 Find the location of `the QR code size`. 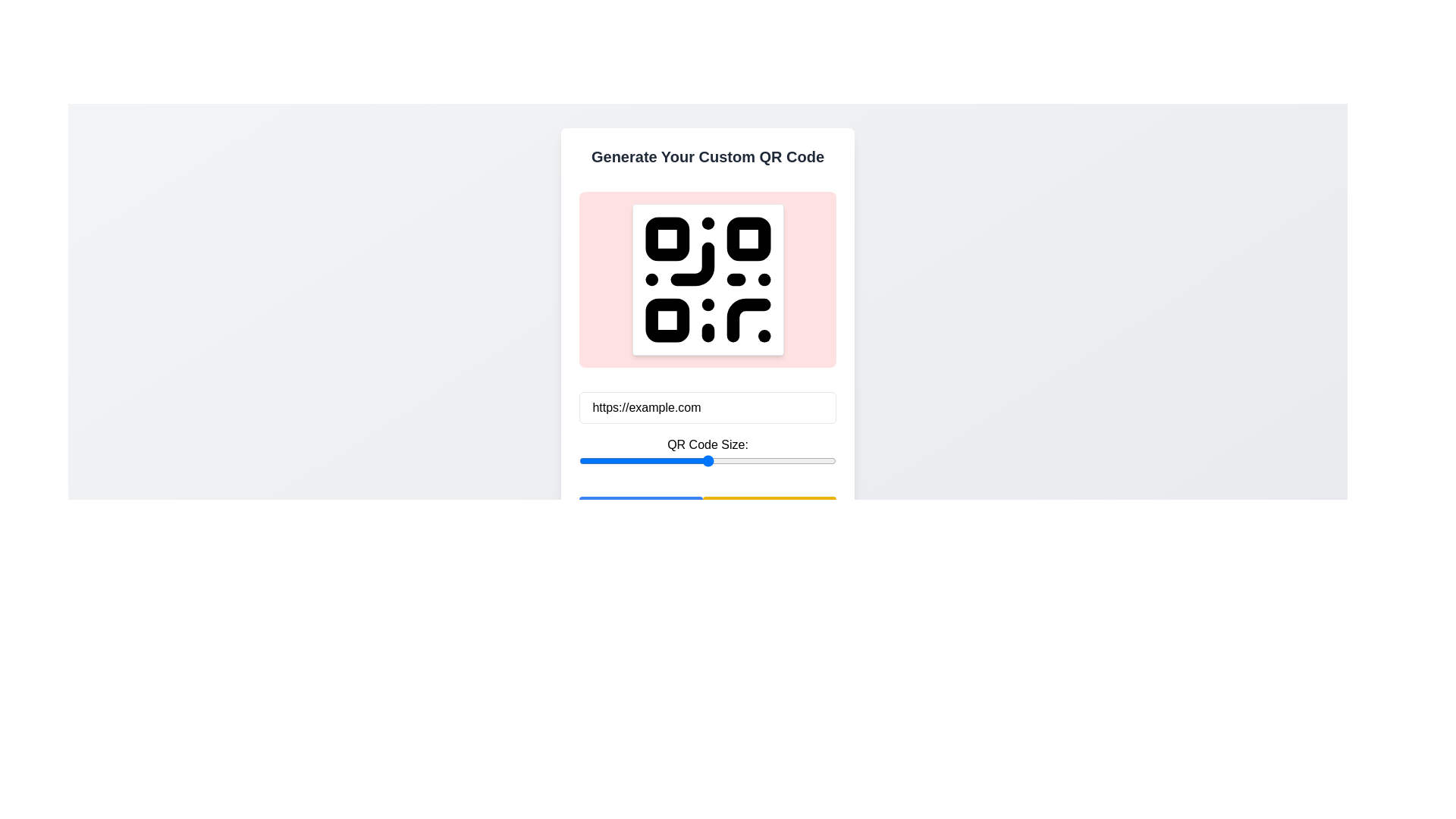

the QR code size is located at coordinates (745, 460).